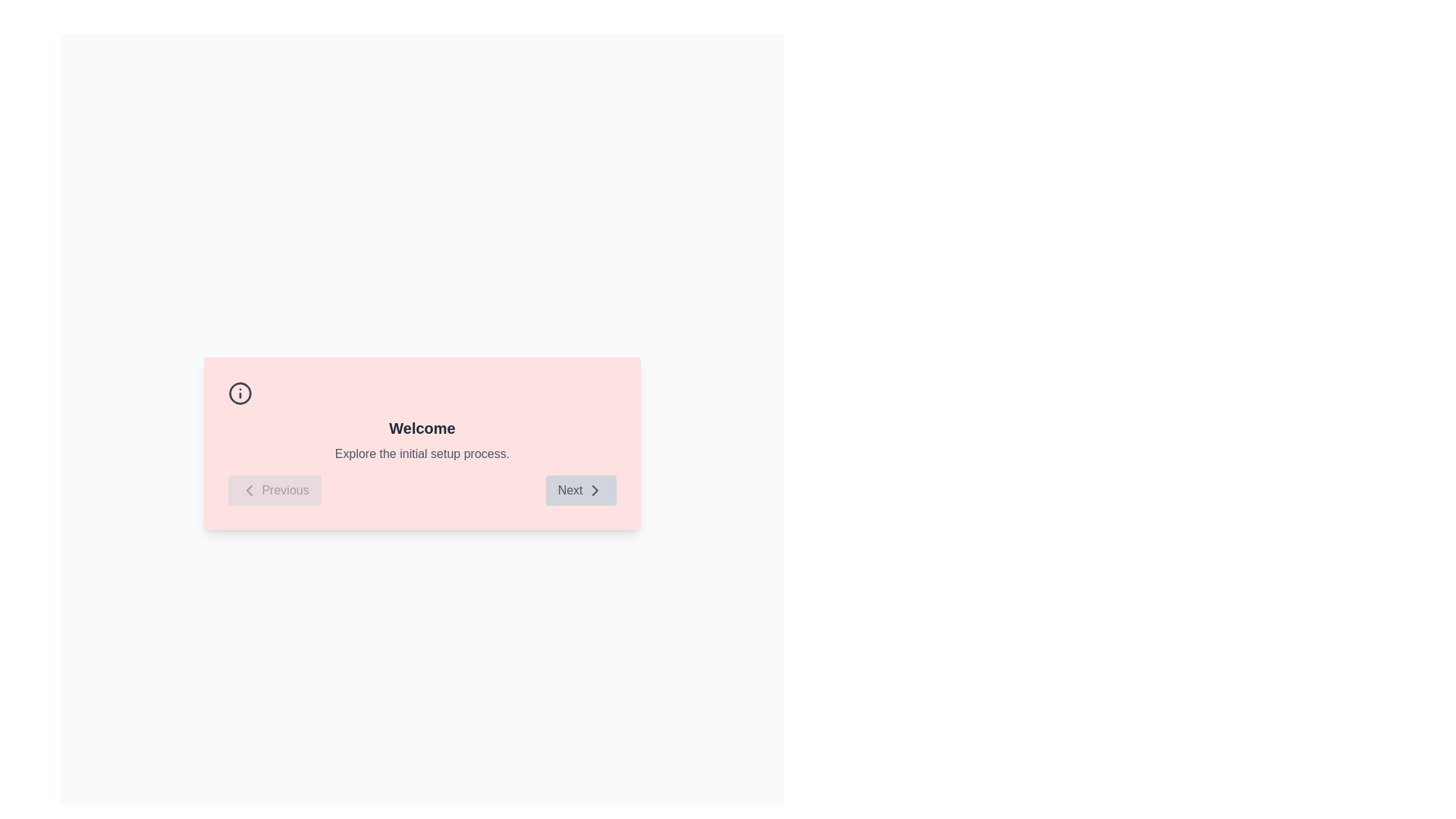 The height and width of the screenshot is (819, 1456). I want to click on the right-pointing arrow icon inside the 'Next' button located at the bottom-right area of the pink dialog box, so click(595, 491).